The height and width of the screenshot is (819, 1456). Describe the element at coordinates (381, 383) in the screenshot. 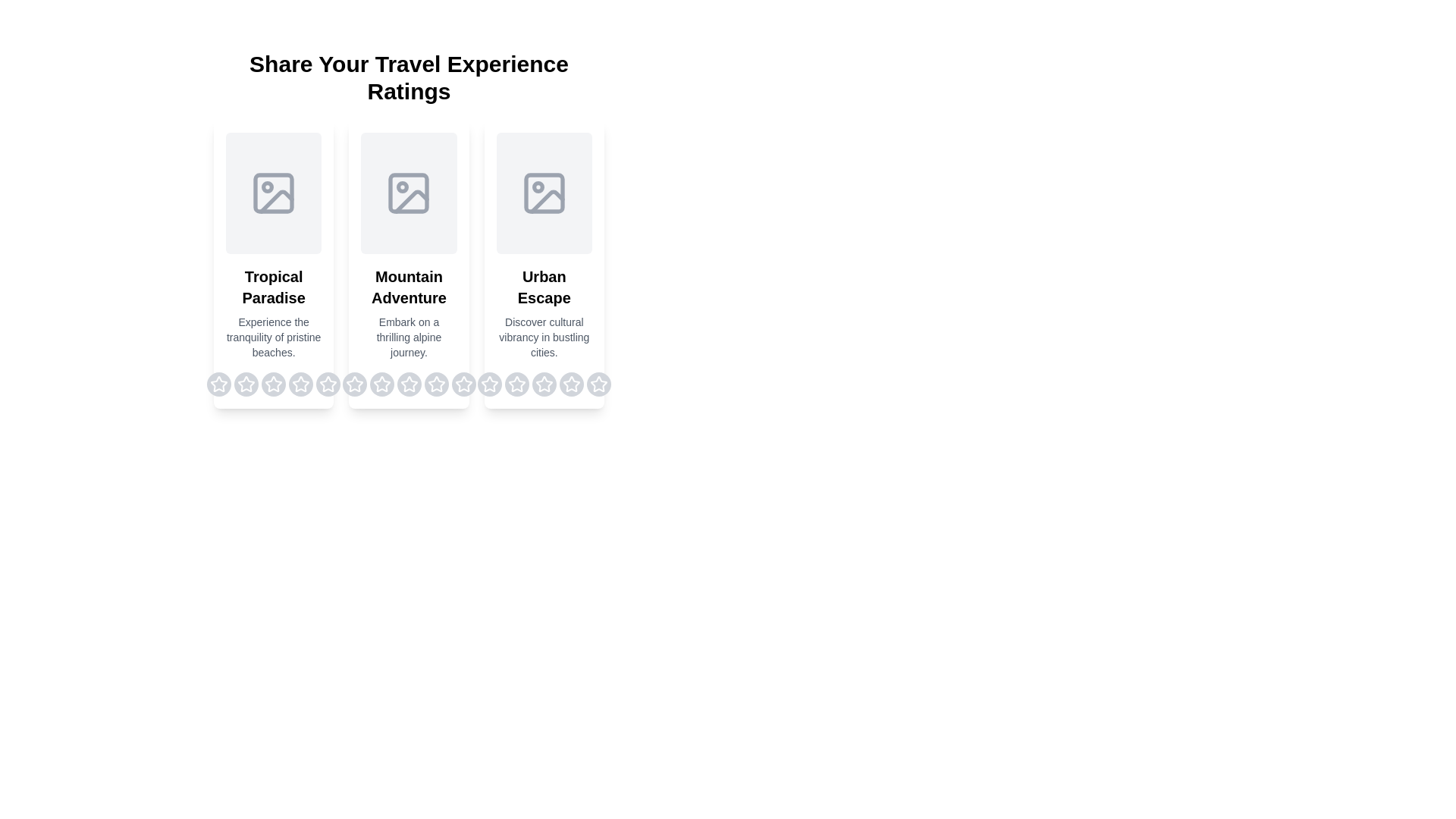

I see `the rating for a destination to 2 stars by clicking on the corresponding star for the destination Mountain Adventure` at that location.